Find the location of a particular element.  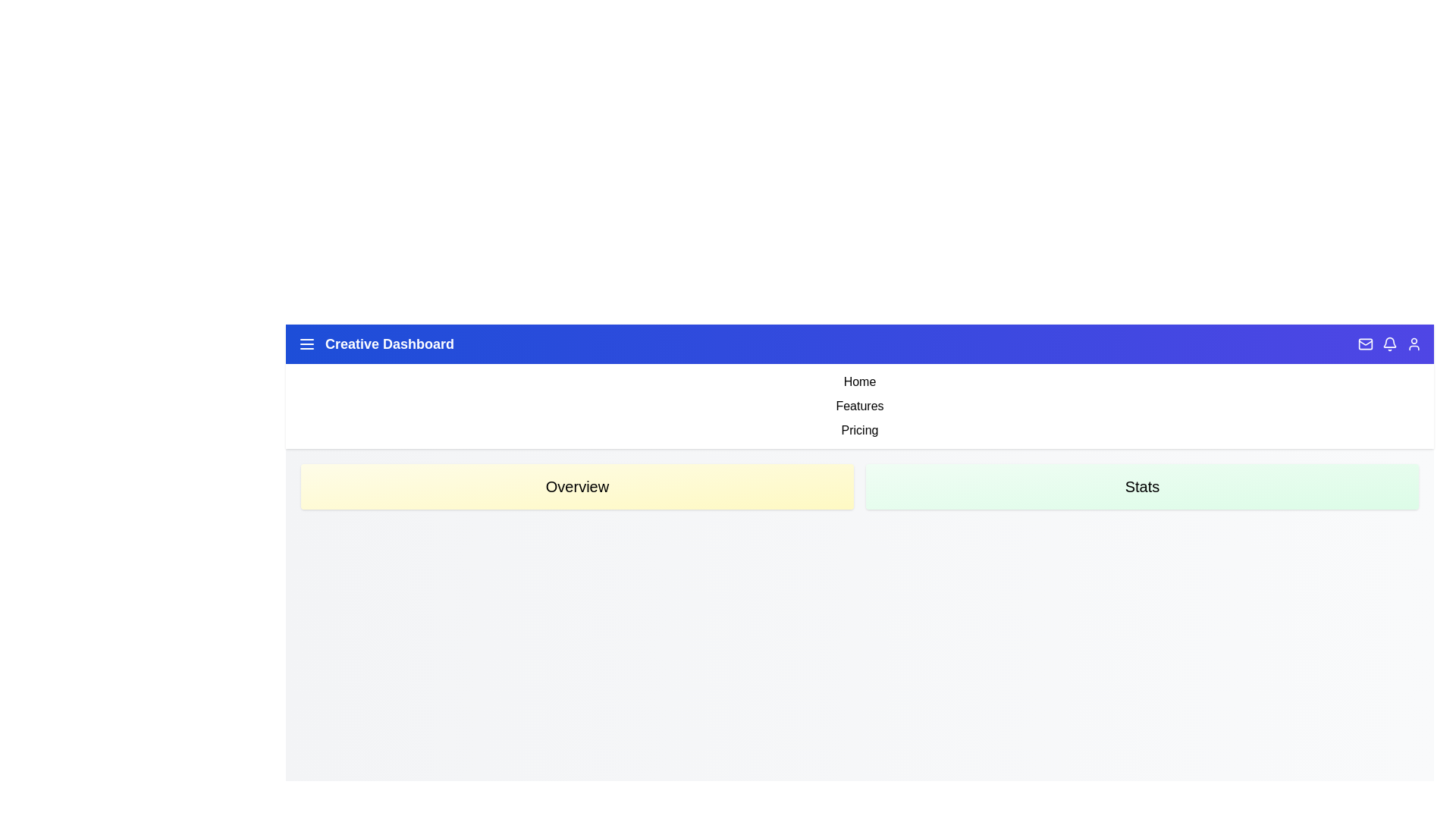

the User icon in the header is located at coordinates (1414, 344).